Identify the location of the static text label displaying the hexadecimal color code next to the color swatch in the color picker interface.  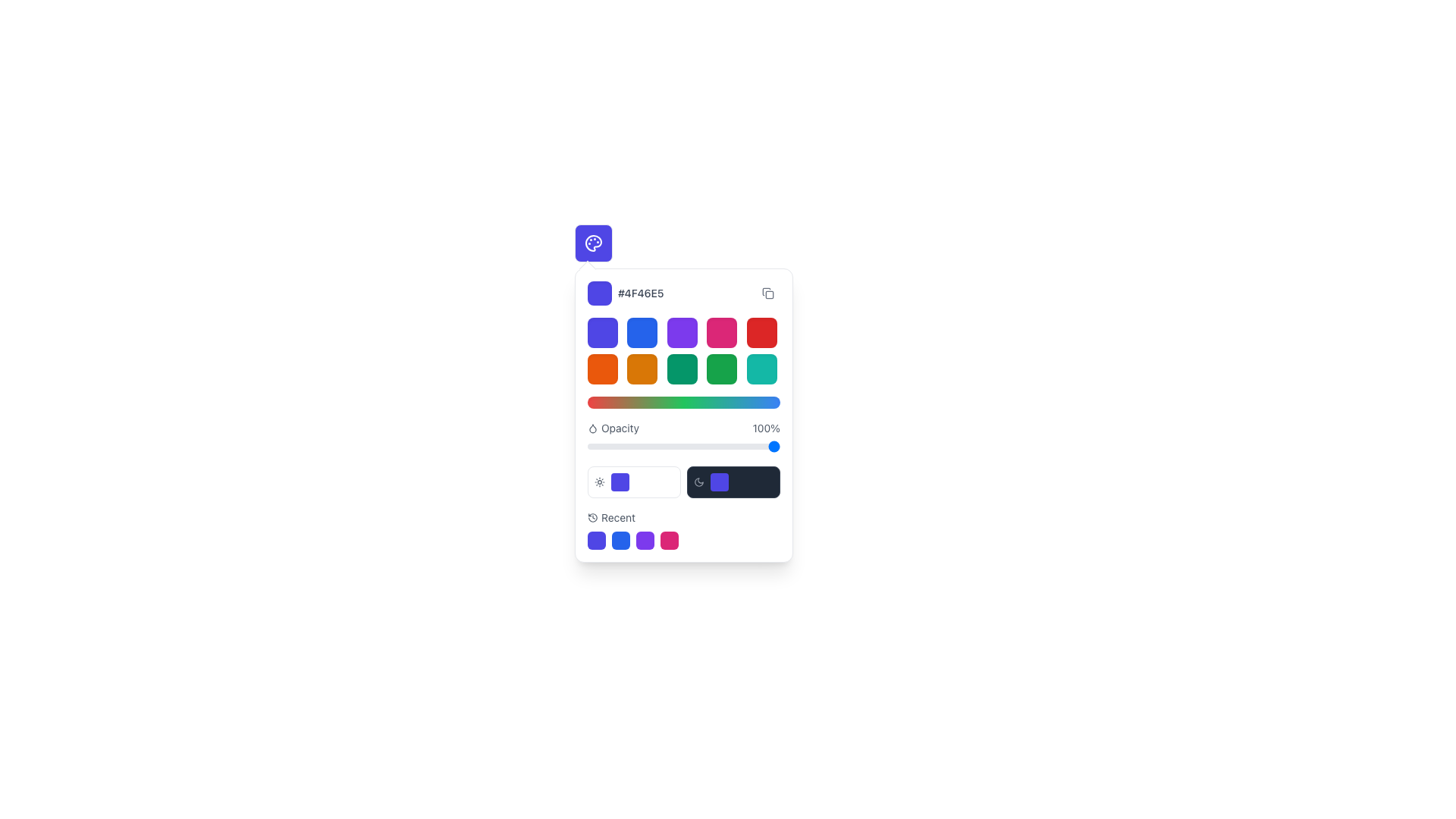
(641, 293).